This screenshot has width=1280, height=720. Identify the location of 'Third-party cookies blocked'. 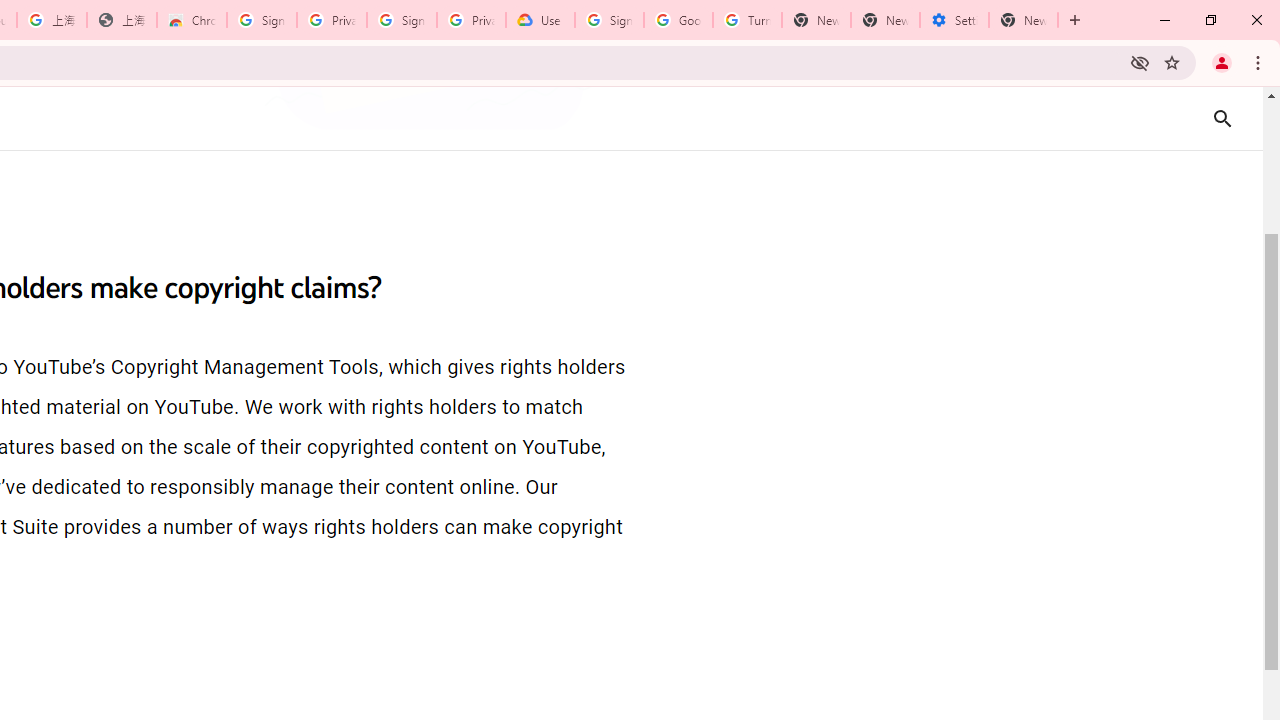
(1139, 61).